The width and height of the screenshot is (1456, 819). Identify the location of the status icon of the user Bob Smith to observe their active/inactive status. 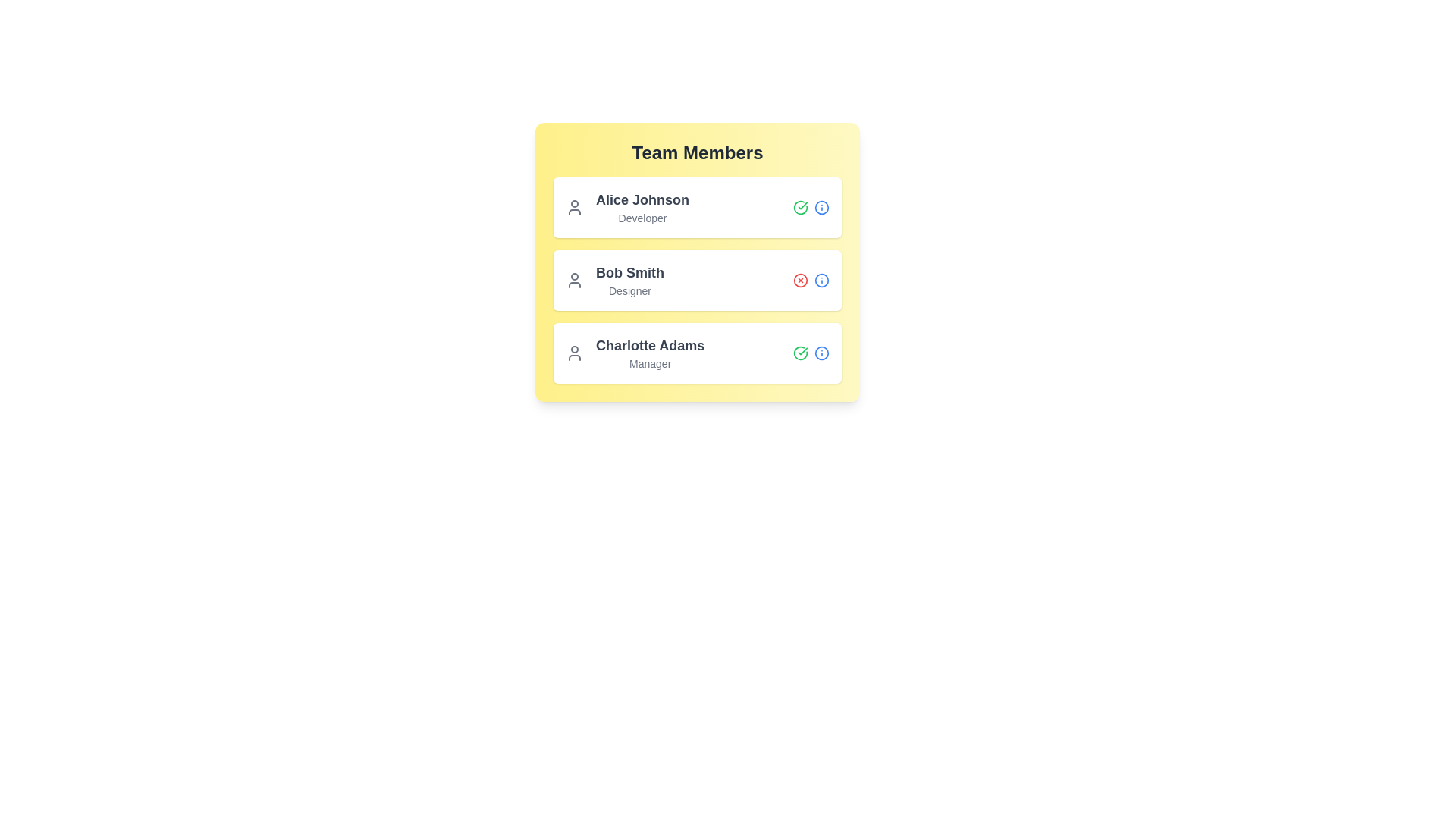
(800, 281).